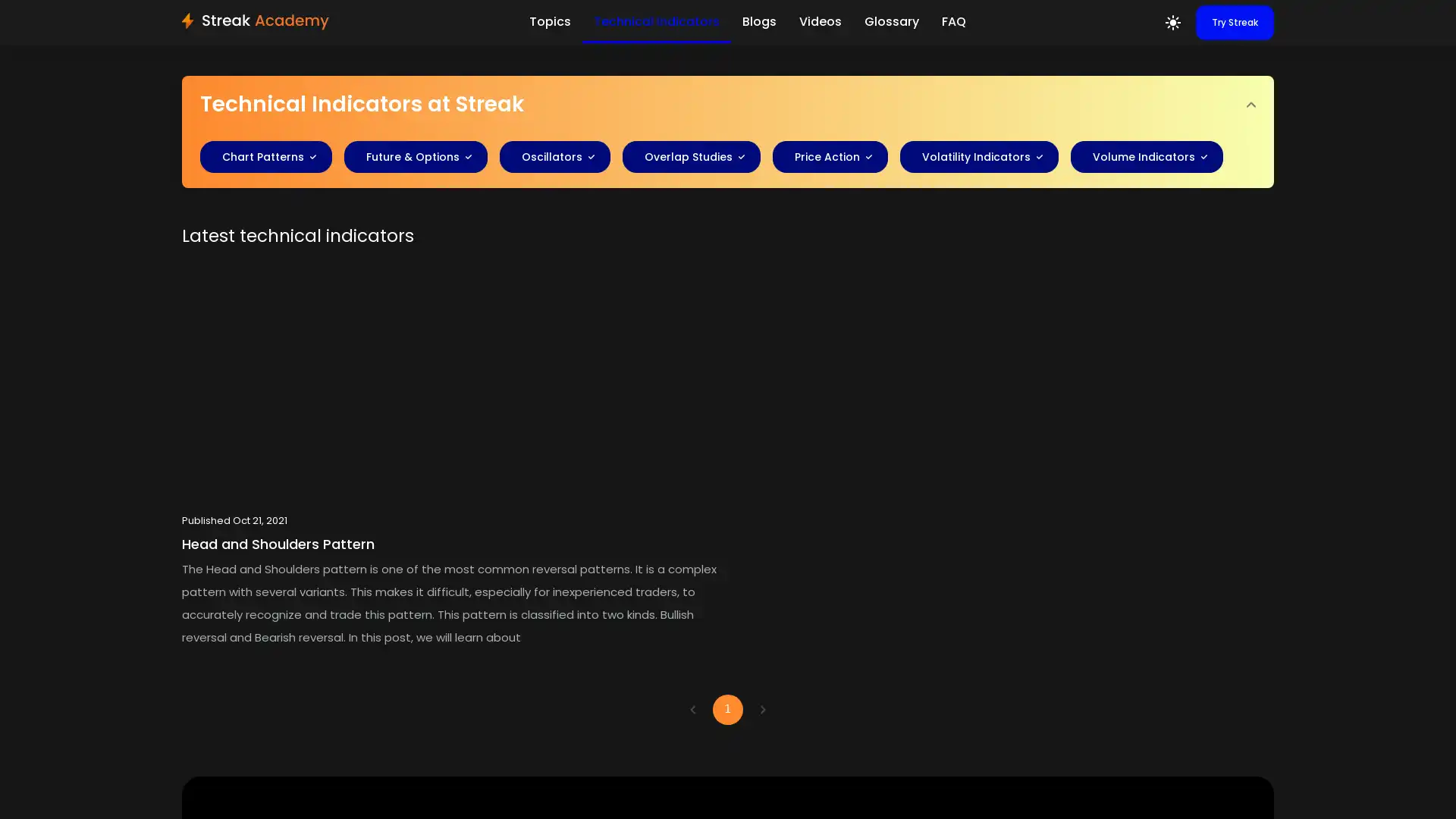 The height and width of the screenshot is (819, 1456). What do you see at coordinates (655, 22) in the screenshot?
I see `Technical Indicators` at bounding box center [655, 22].